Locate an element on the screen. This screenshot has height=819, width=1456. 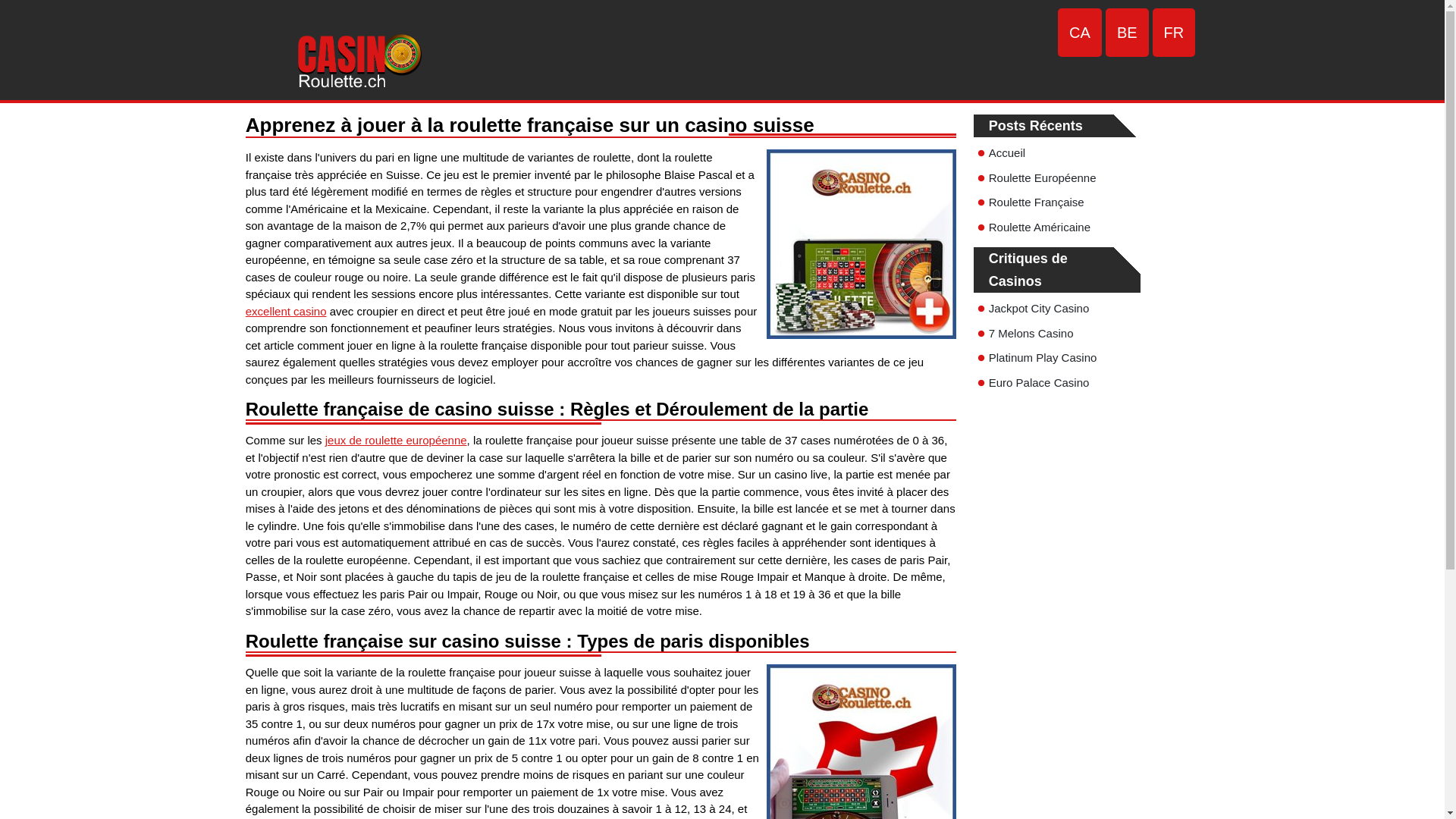
'7 Melons Casino' is located at coordinates (1031, 332).